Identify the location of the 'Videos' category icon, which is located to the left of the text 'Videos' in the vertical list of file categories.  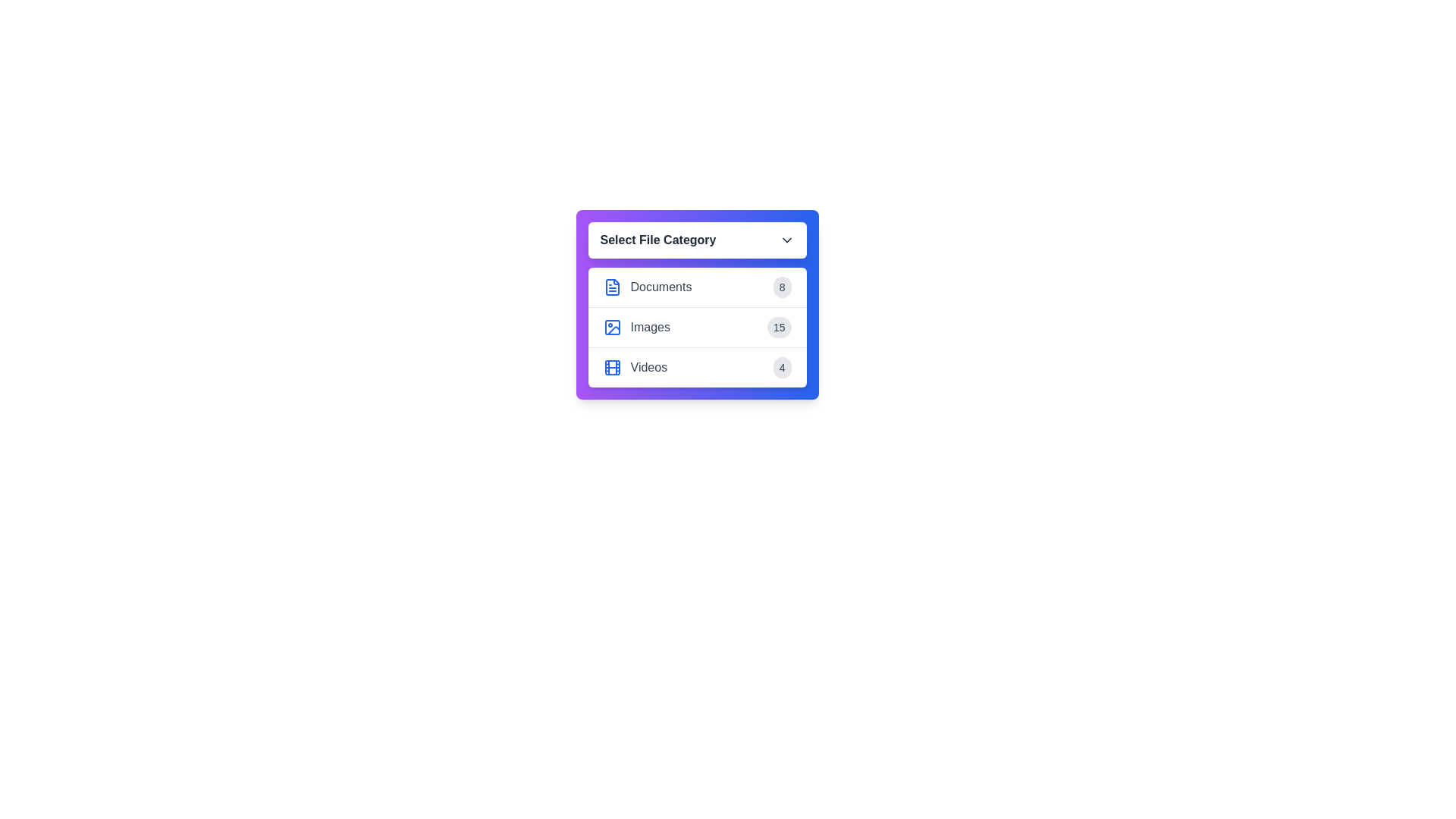
(612, 368).